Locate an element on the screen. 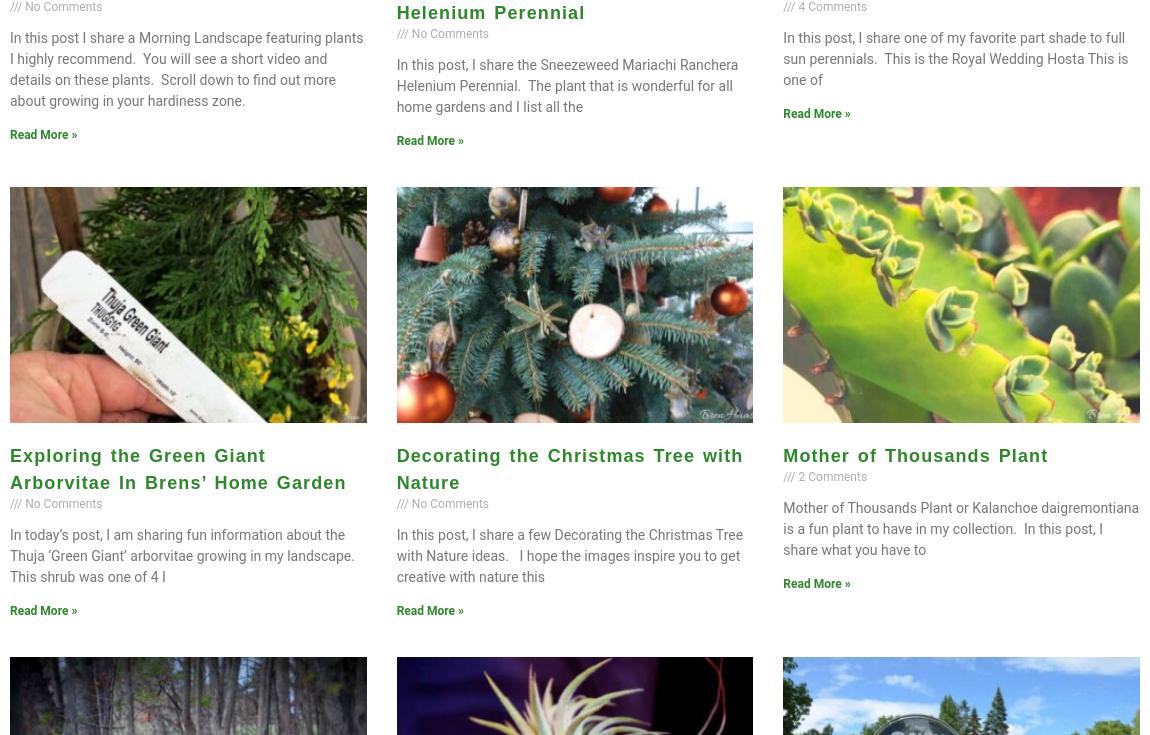 This screenshot has height=735, width=1150. 'Exploring the Green Giant Arborvitae In Brens’ Home Garden' is located at coordinates (177, 467).